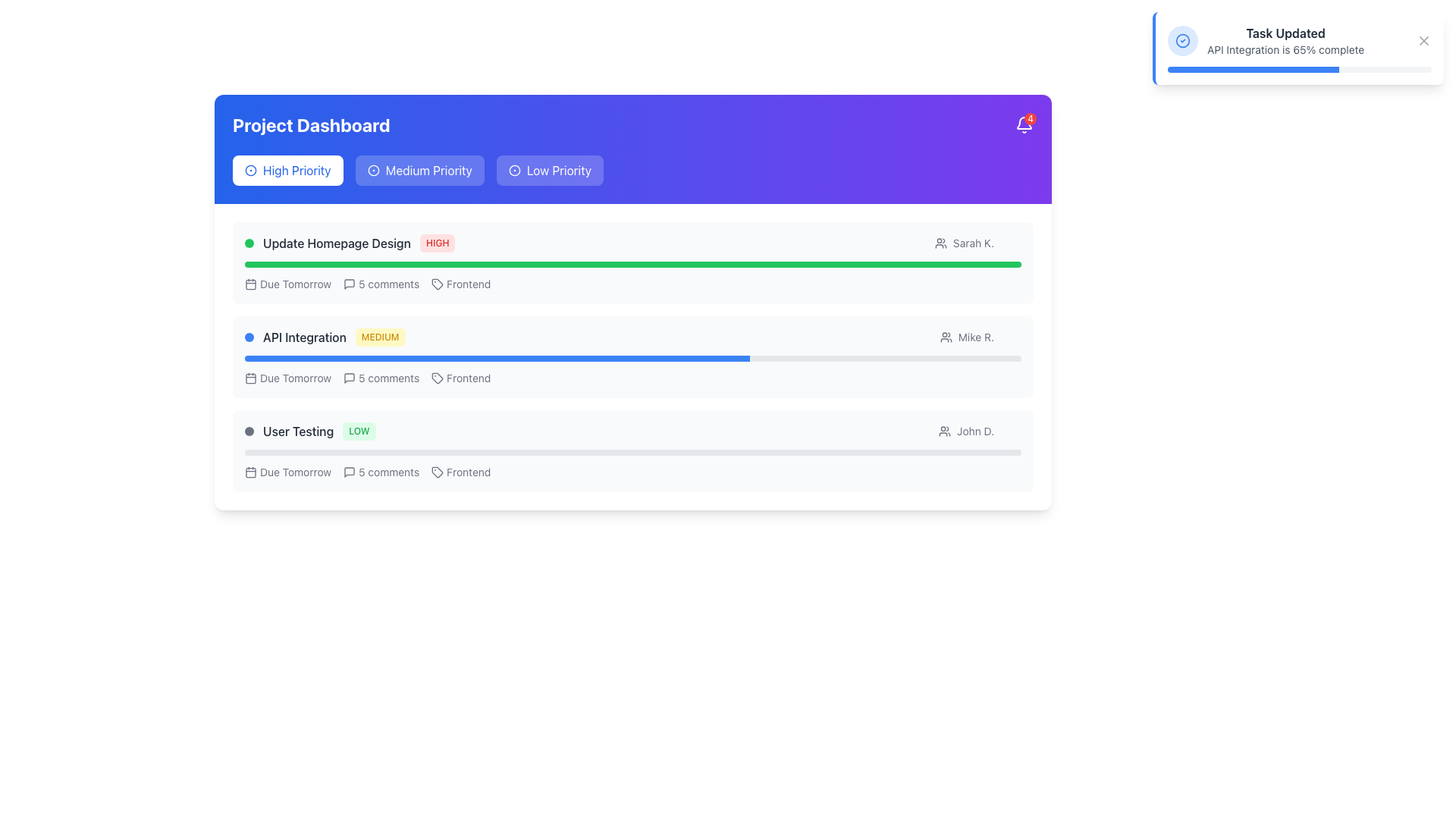 The image size is (1456, 819). Describe the element at coordinates (1285, 40) in the screenshot. I see `the text display element that shows 'Task Updated' and 'API Integration is 65% complete' in a notification card located in the top-right region of the interface` at that location.